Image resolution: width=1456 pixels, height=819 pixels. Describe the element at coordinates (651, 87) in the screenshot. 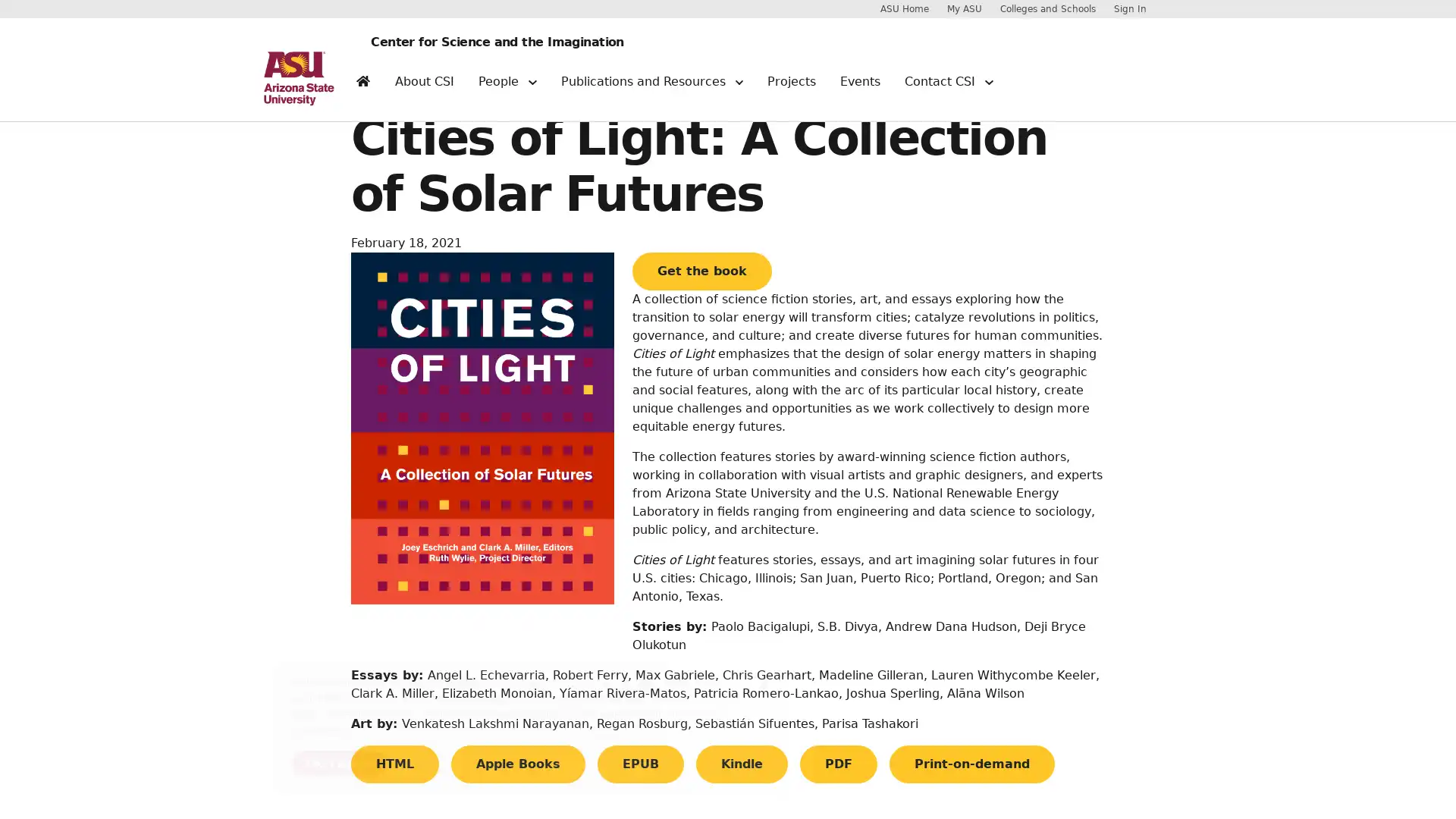

I see `Publications and Resources` at that location.